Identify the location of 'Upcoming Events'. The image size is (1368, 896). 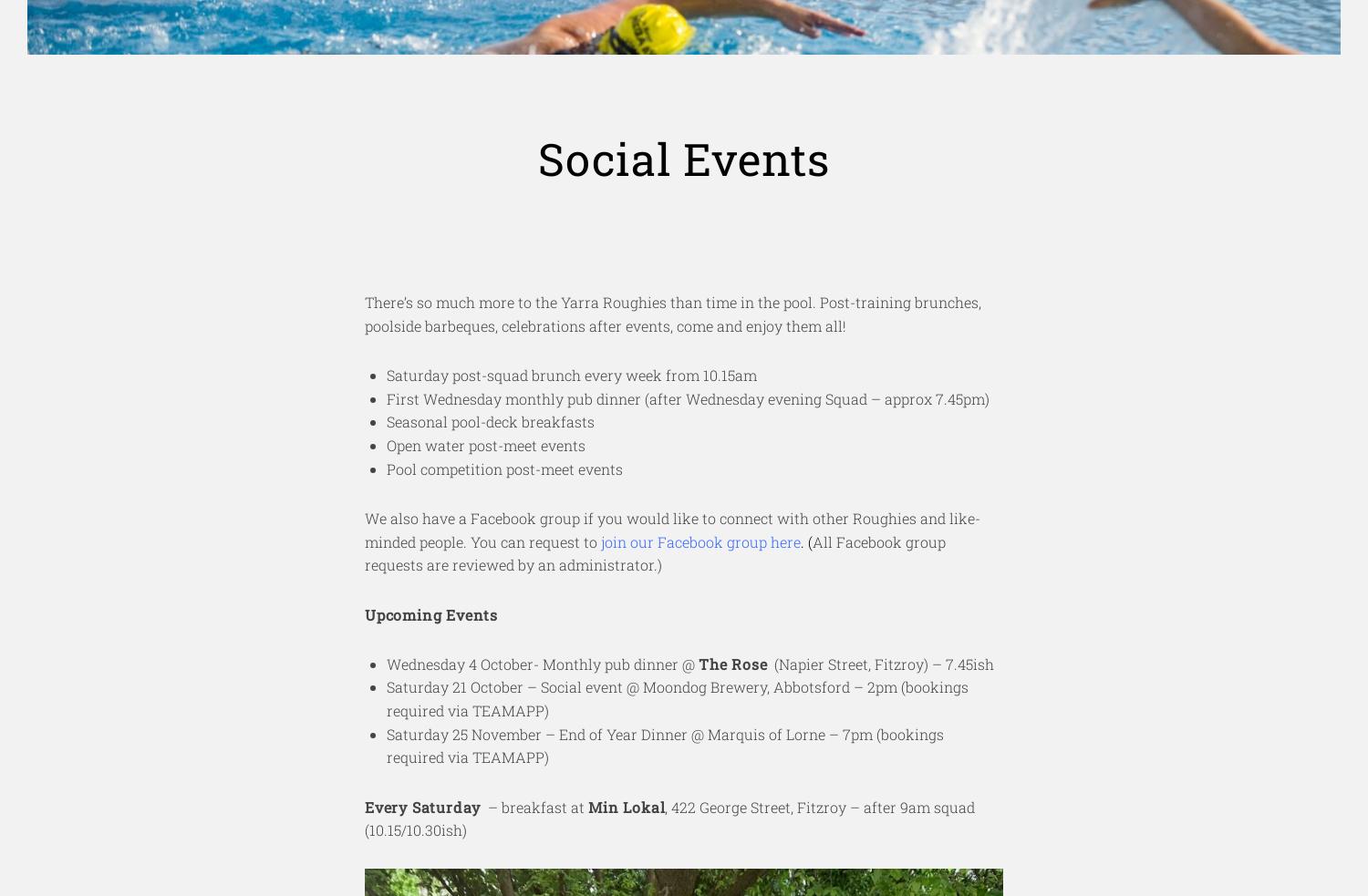
(365, 613).